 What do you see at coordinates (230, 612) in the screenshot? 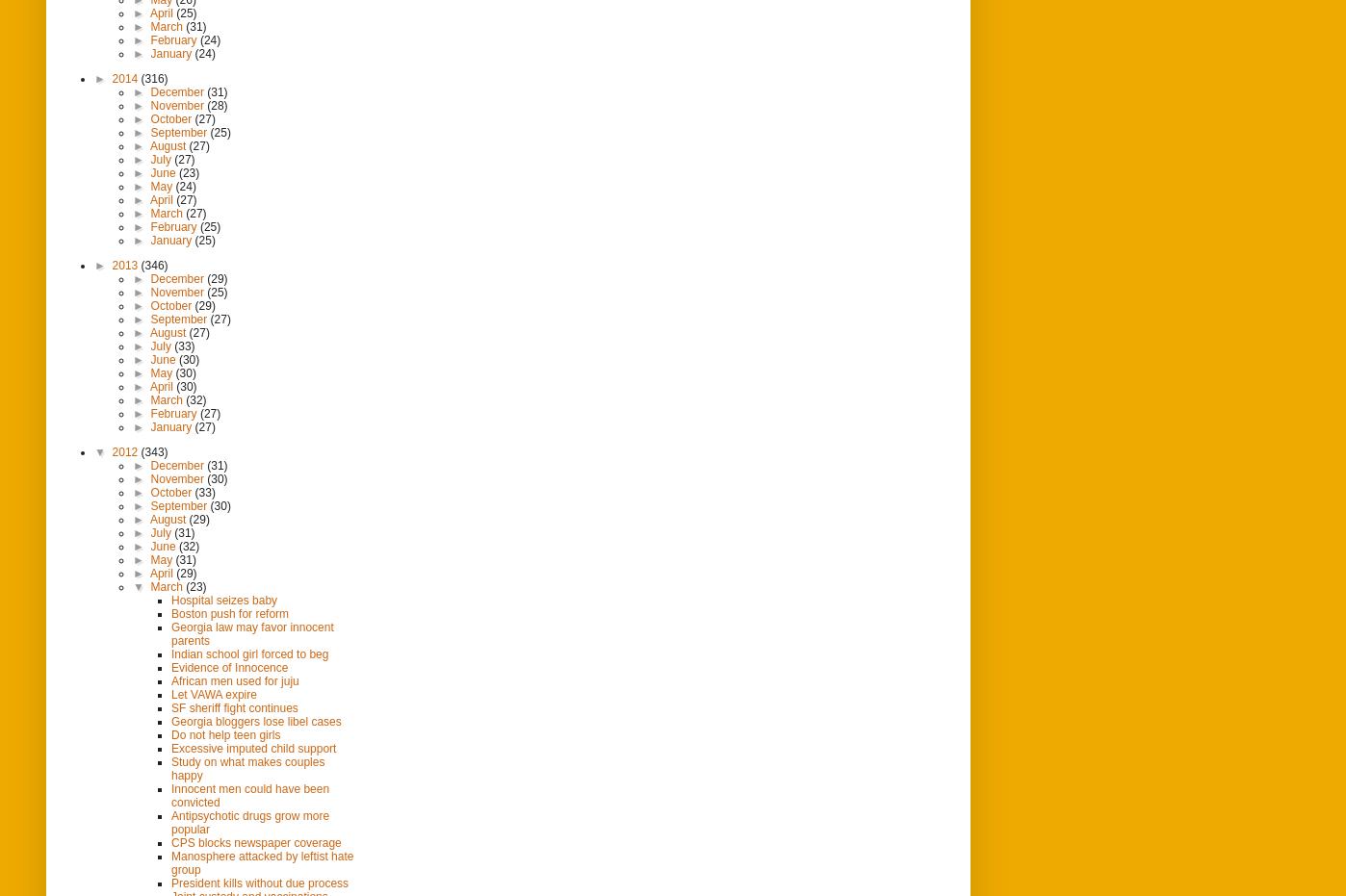
I see `'Boston push for reform'` at bounding box center [230, 612].